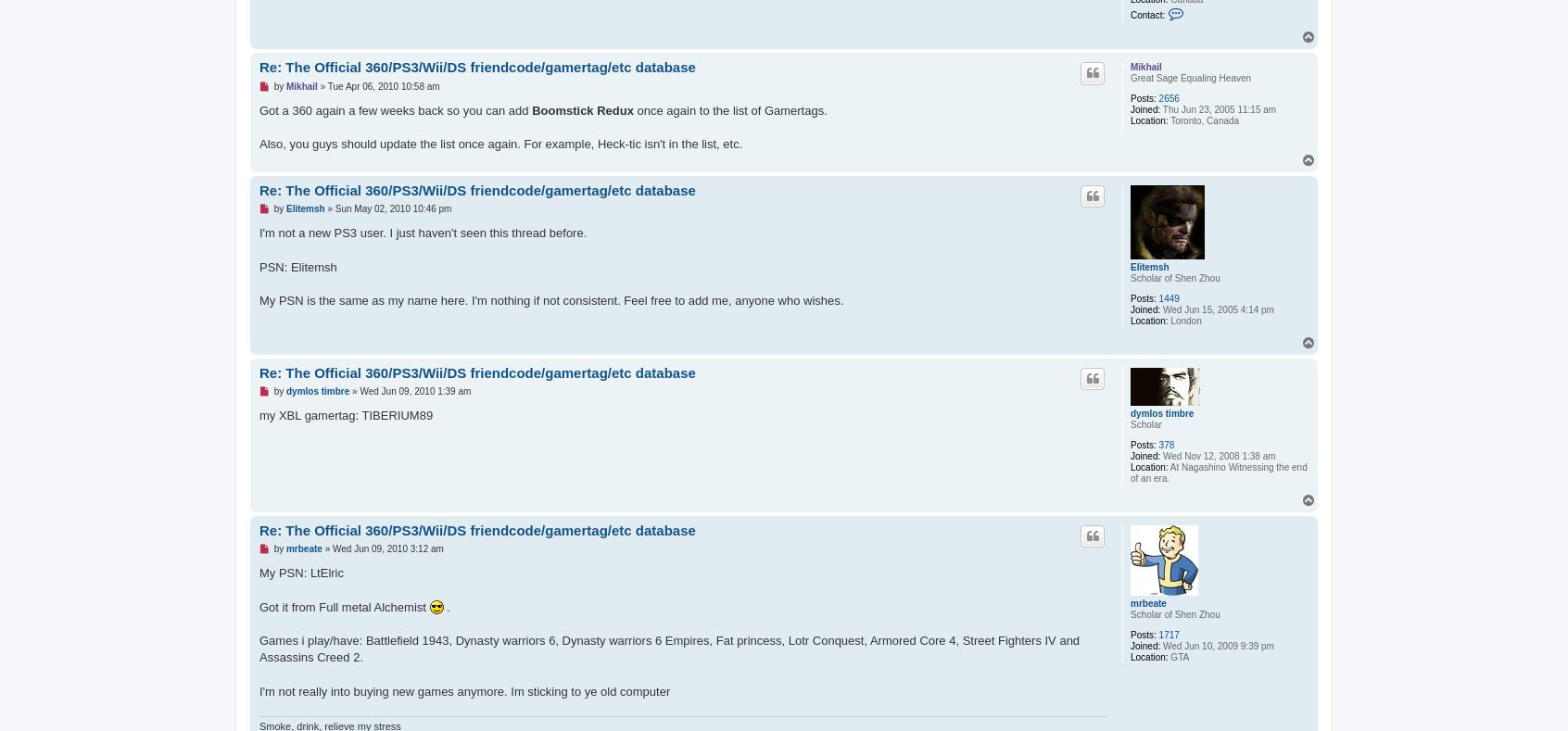  Describe the element at coordinates (729, 109) in the screenshot. I see `'once again to the list of Gamertags.'` at that location.